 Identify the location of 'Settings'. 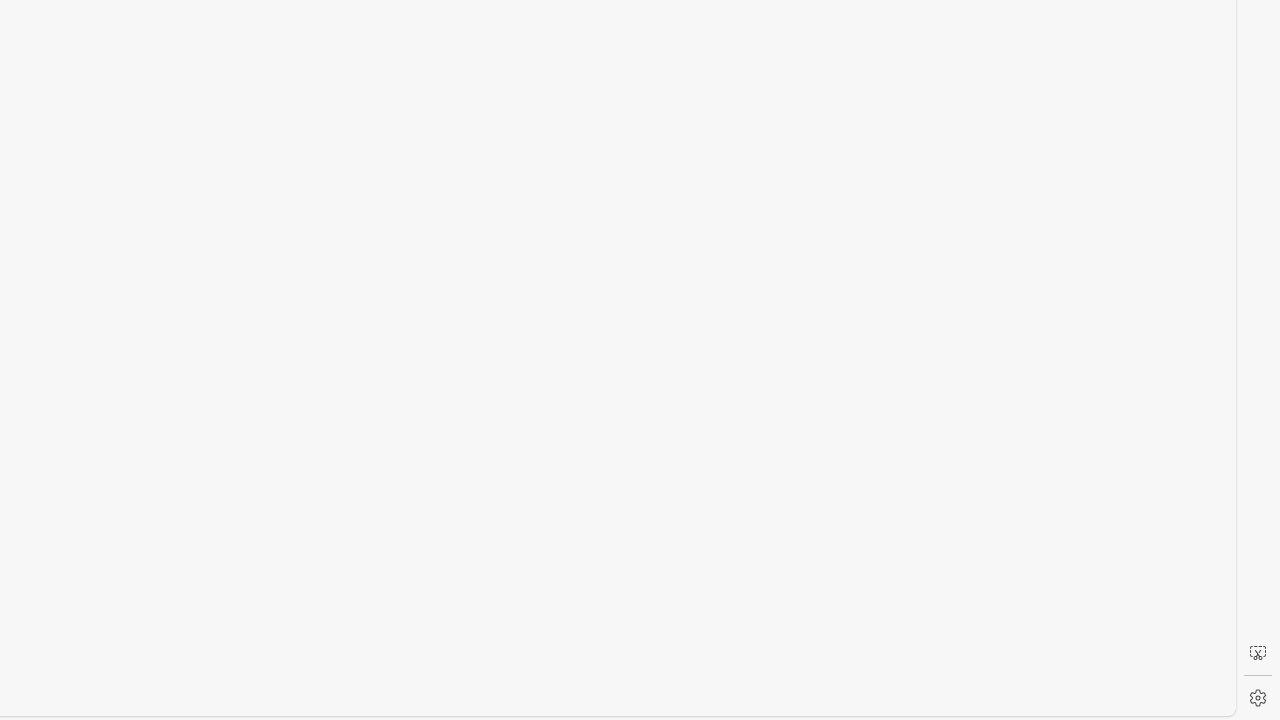
(1256, 696).